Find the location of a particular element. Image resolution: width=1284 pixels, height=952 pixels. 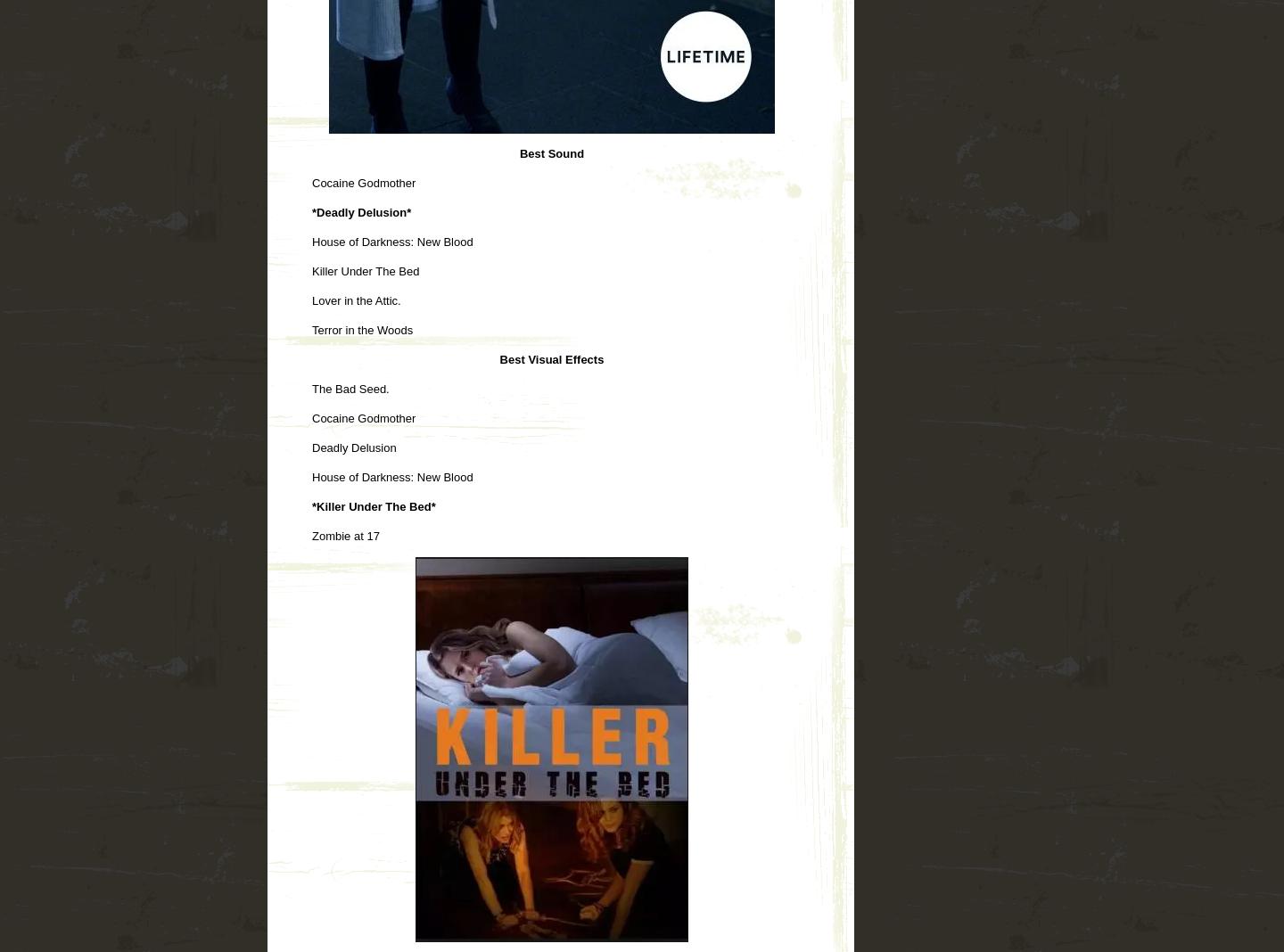

'The Bad Seed.' is located at coordinates (349, 388).